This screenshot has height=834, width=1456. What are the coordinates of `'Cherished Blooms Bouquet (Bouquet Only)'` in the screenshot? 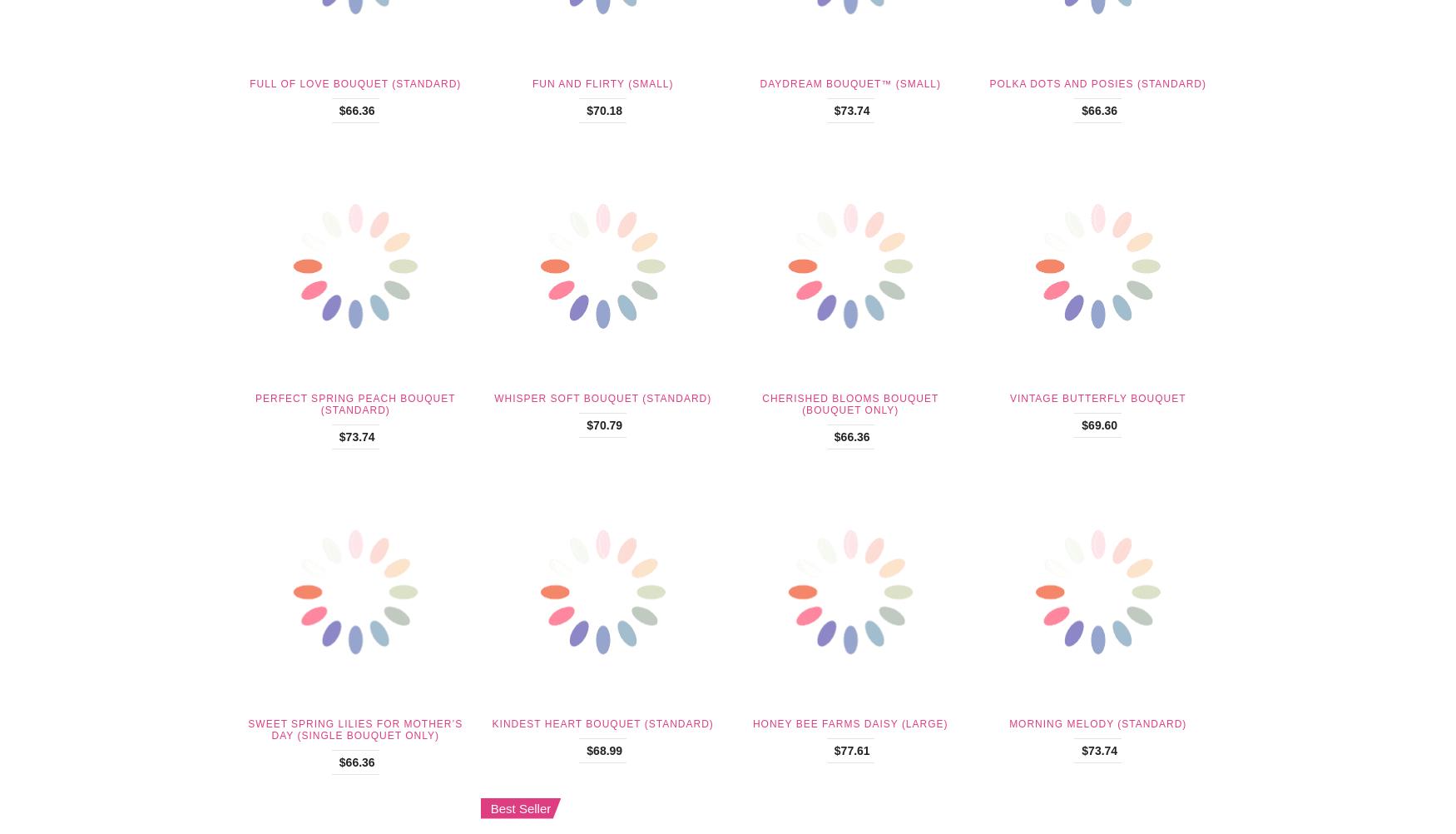 It's located at (849, 402).